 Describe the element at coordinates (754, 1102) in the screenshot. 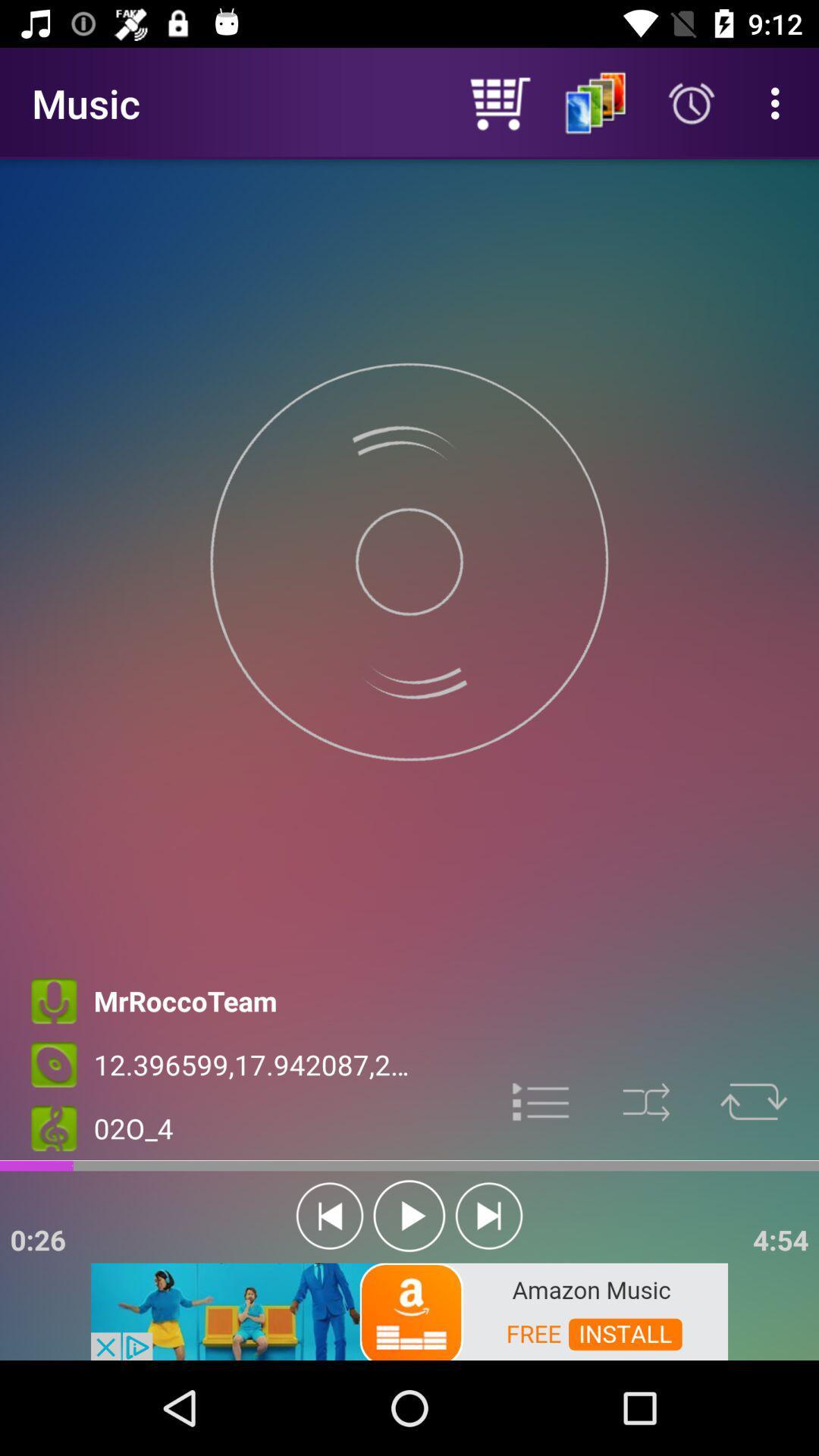

I see `refresh` at that location.